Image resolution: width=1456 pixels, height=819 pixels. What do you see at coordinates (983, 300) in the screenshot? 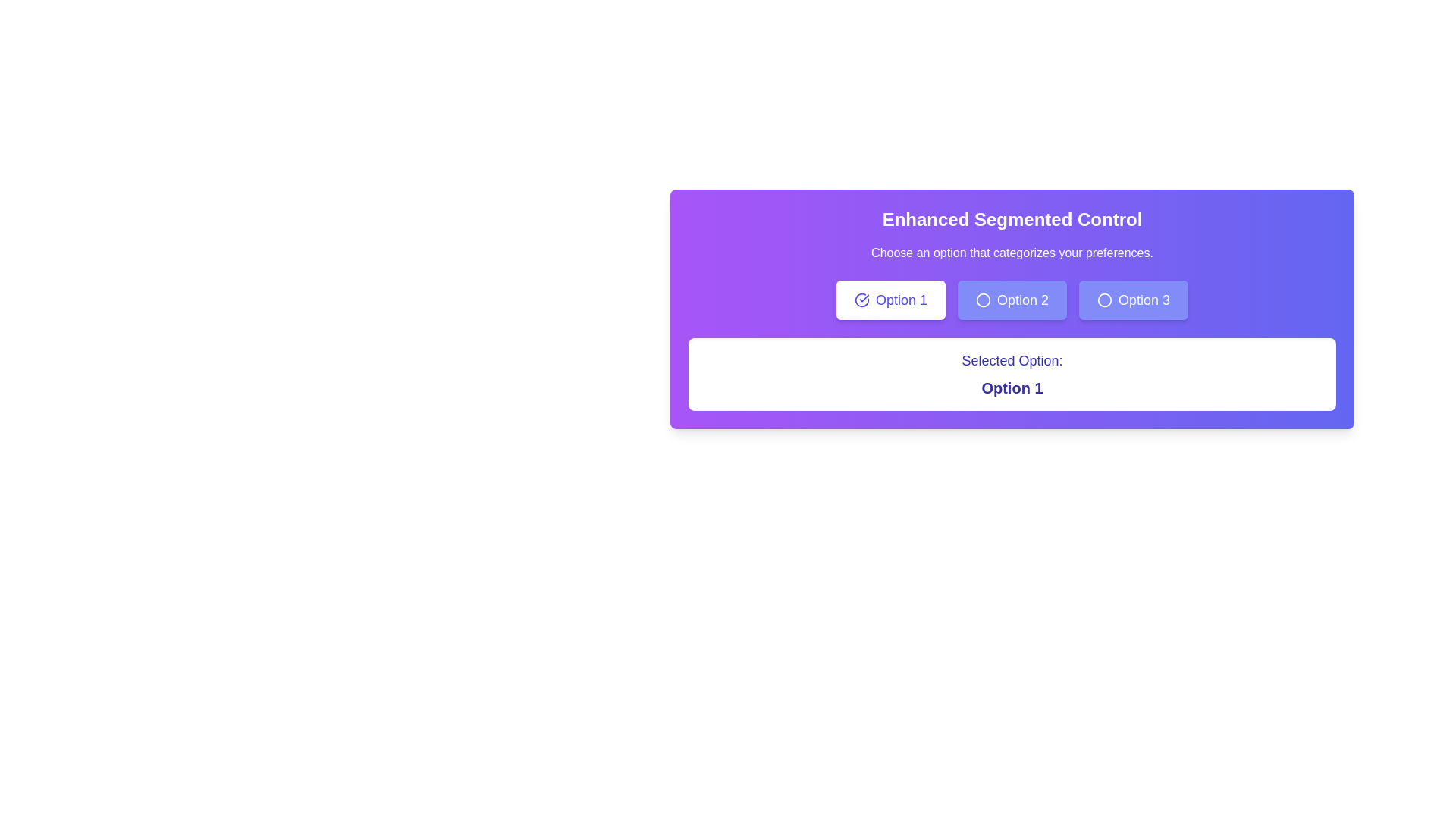
I see `the decorative SVG Circle inside the 'Option 2' button located in the middle of the purple panel` at bounding box center [983, 300].